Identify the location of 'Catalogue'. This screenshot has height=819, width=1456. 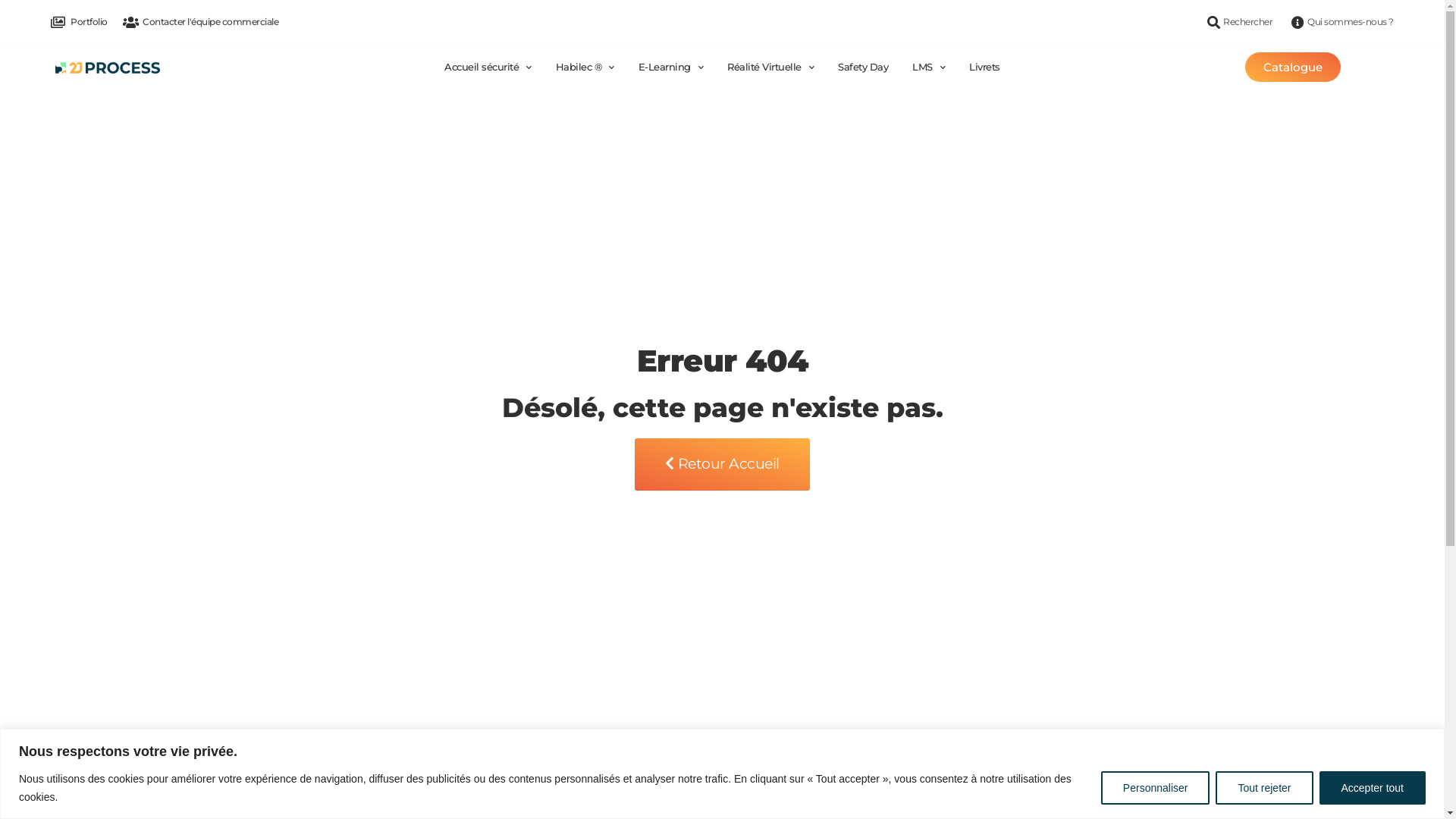
(1291, 66).